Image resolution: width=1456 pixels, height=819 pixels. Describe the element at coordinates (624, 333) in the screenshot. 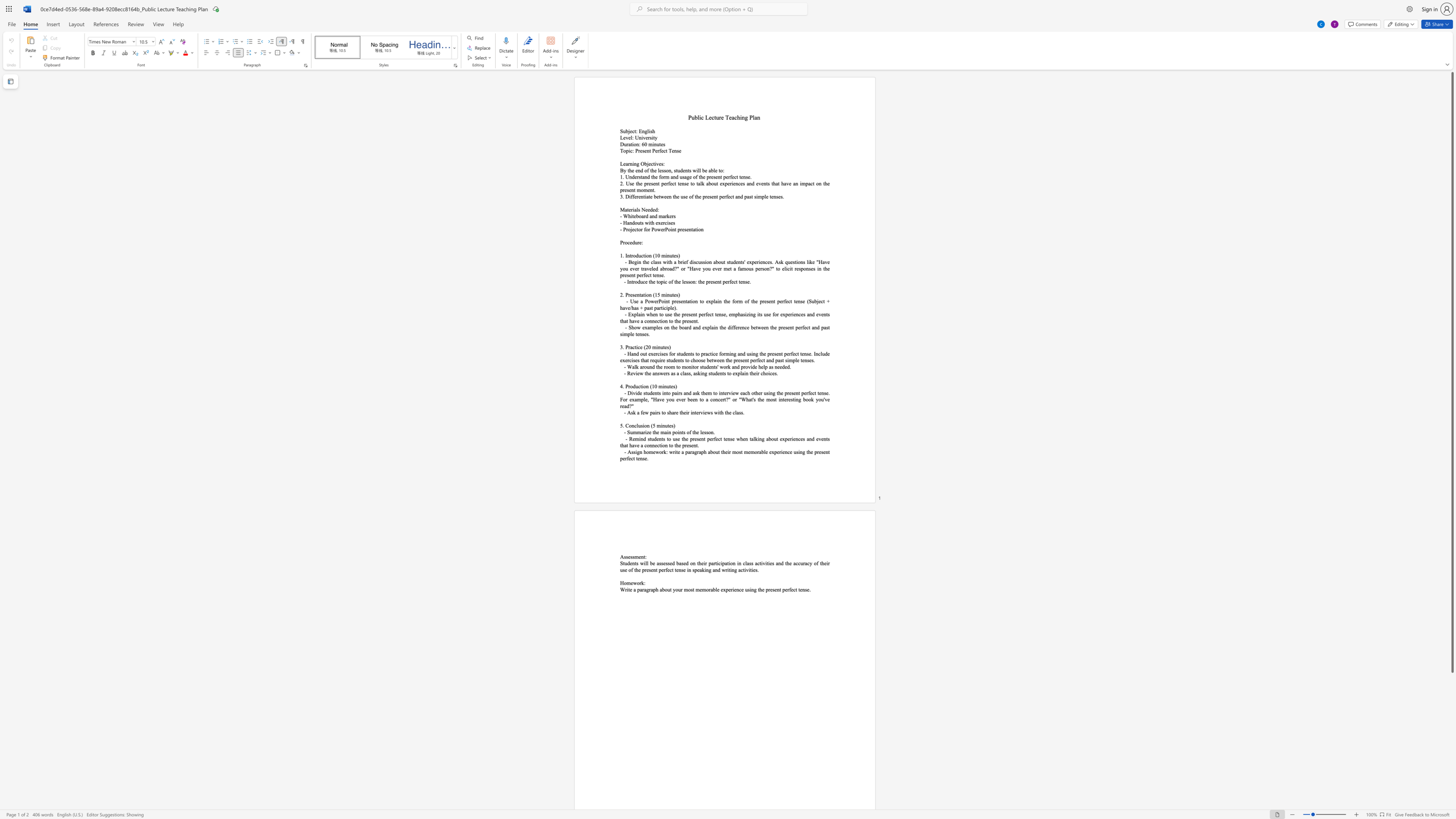

I see `the space between the continuous character "i" and "m" in the text` at that location.